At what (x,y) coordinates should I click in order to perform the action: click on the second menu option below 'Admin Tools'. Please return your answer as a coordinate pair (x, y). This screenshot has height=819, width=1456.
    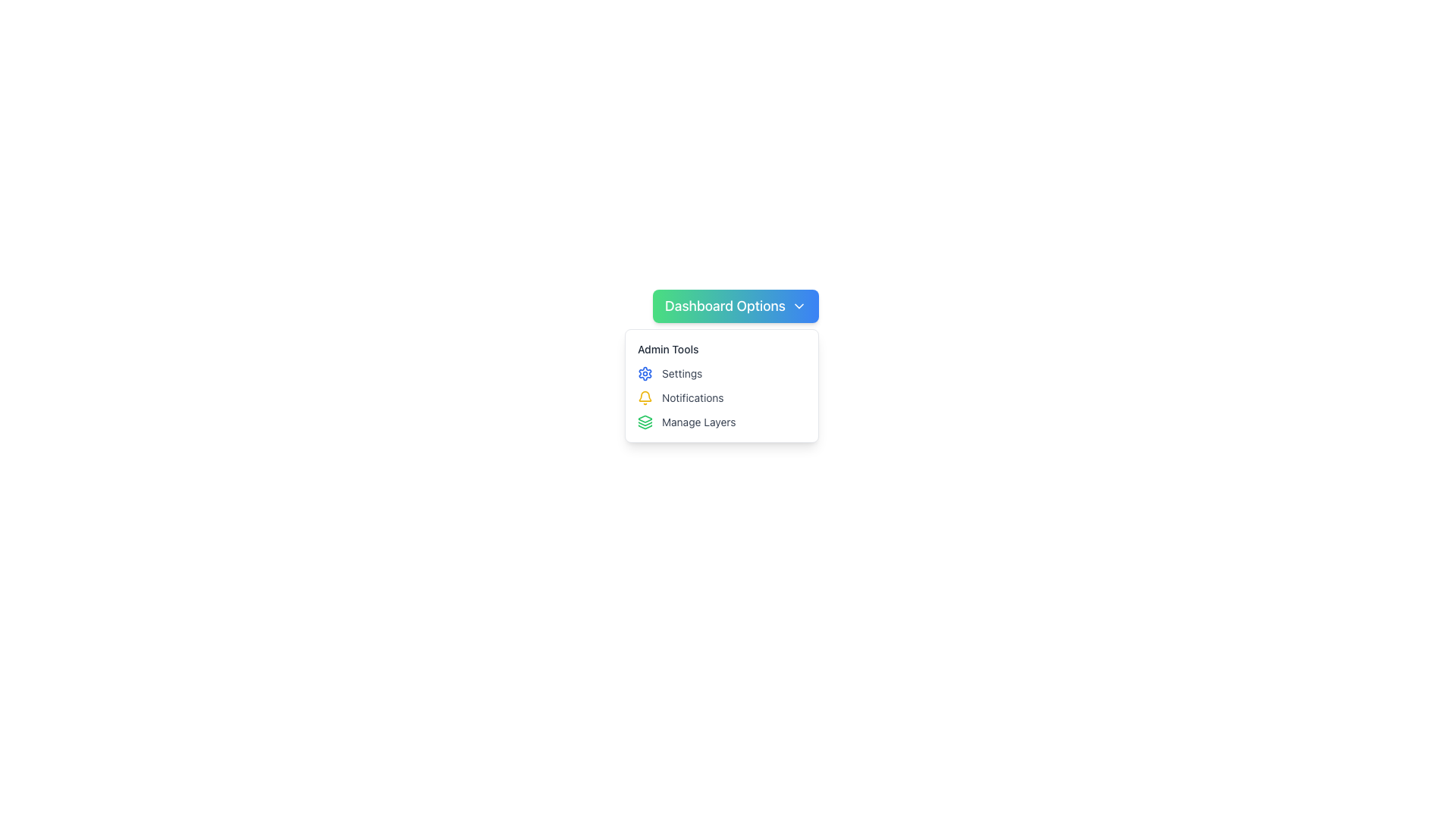
    Looking at the image, I should click on (720, 374).